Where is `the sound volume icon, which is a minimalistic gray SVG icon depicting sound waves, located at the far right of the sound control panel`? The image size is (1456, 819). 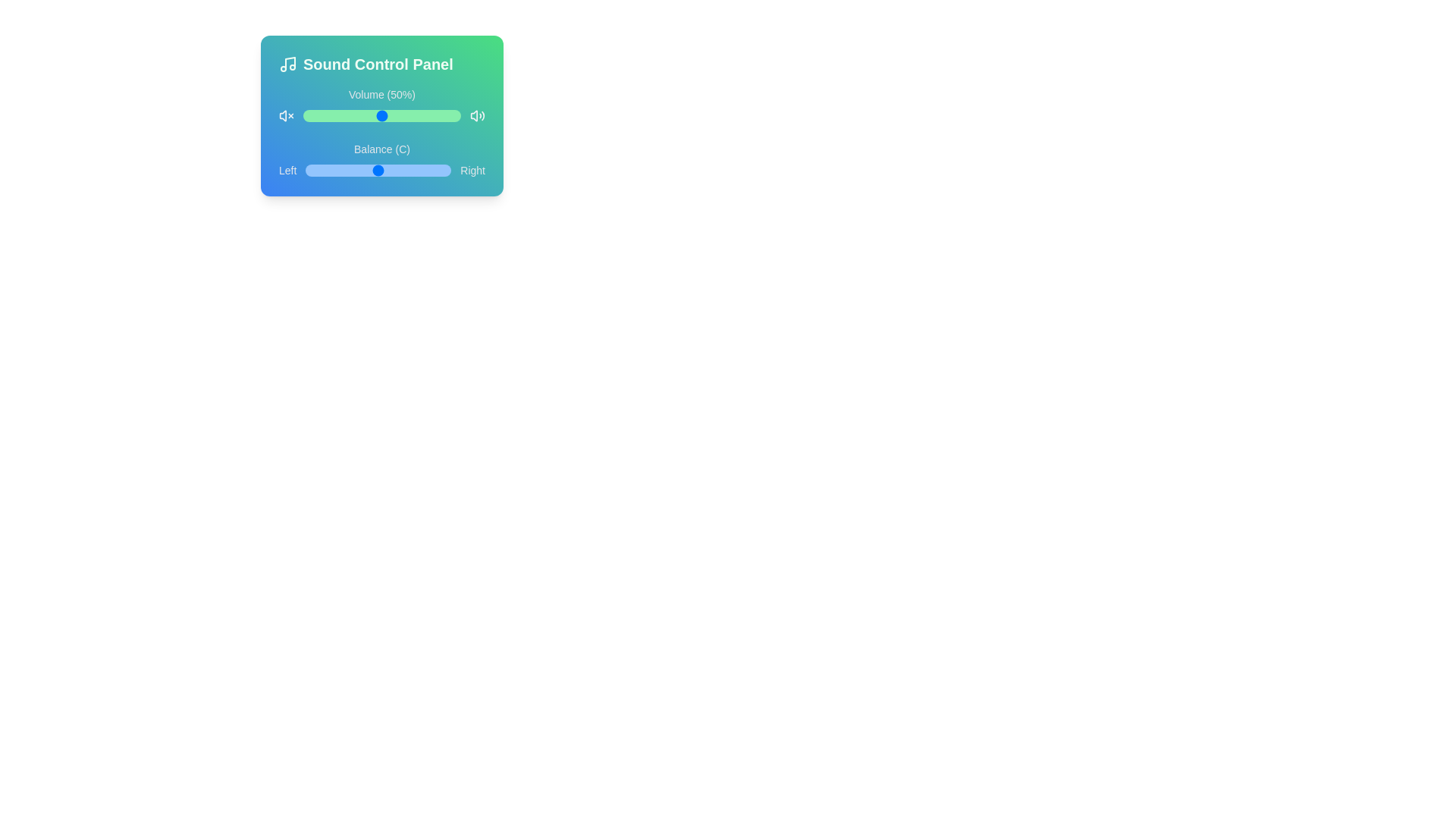
the sound volume icon, which is a minimalistic gray SVG icon depicting sound waves, located at the far right of the sound control panel is located at coordinates (476, 115).